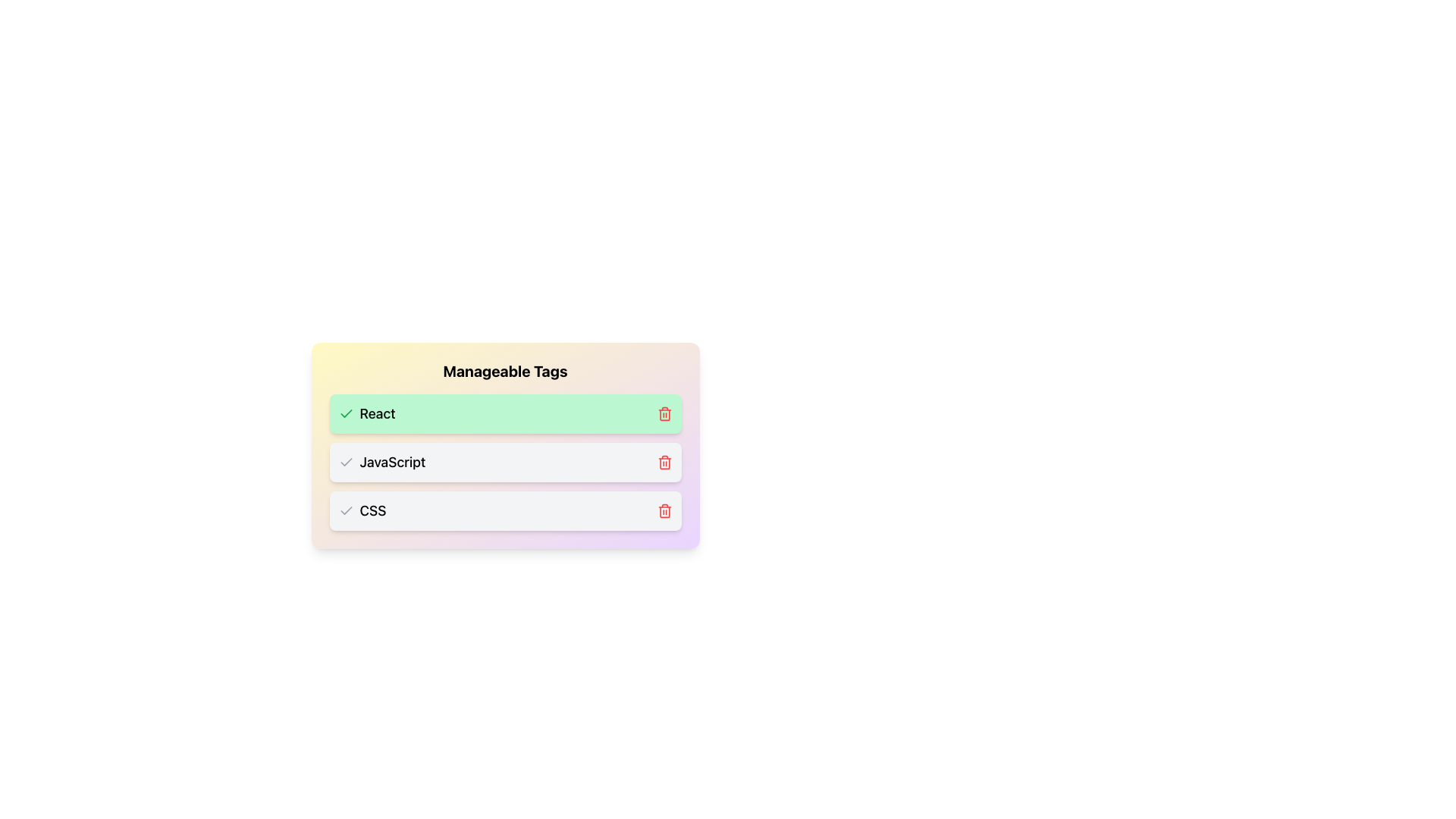  Describe the element at coordinates (345, 414) in the screenshot. I see `the green checkmark icon located to the left of the text 'React' in the 'Manageable Tags' section` at that location.